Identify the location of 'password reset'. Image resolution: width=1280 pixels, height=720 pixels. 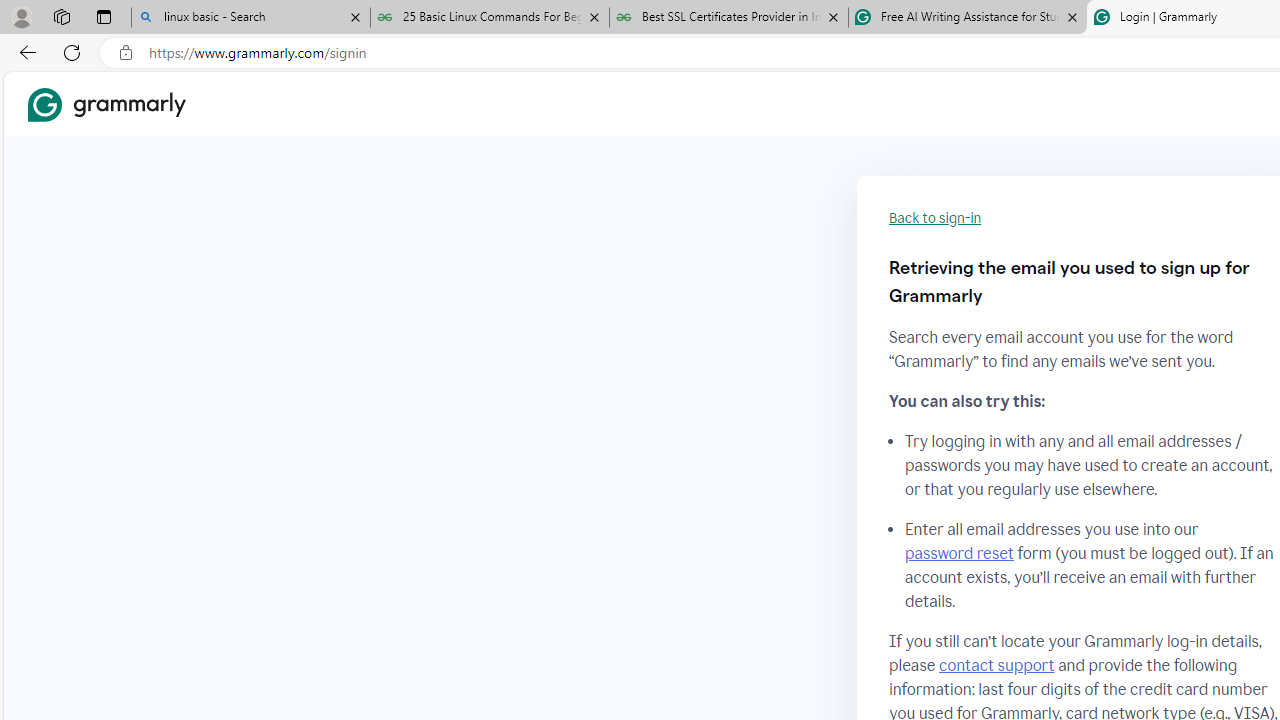
(958, 554).